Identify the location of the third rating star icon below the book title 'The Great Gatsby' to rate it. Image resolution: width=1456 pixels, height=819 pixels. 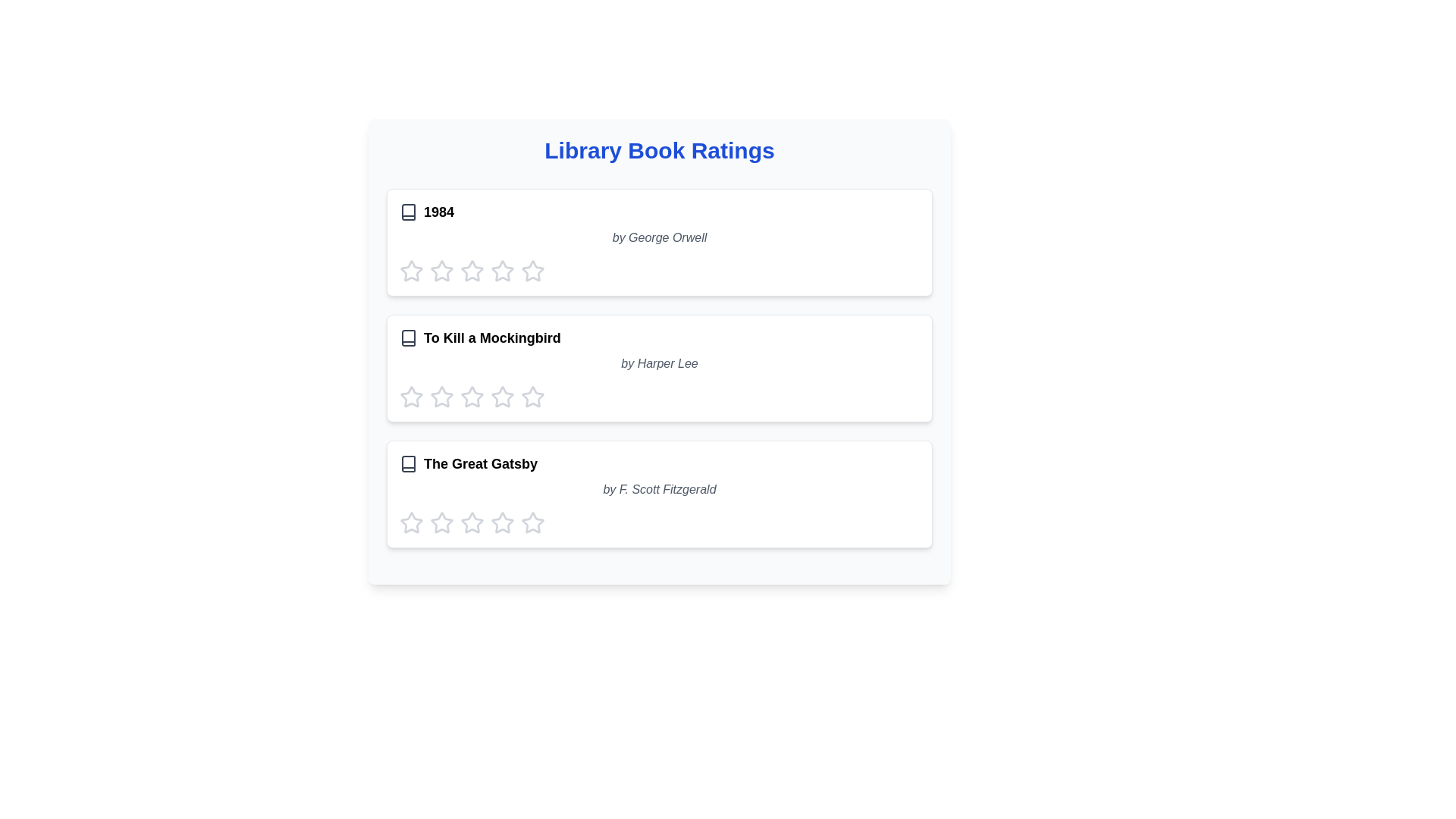
(441, 522).